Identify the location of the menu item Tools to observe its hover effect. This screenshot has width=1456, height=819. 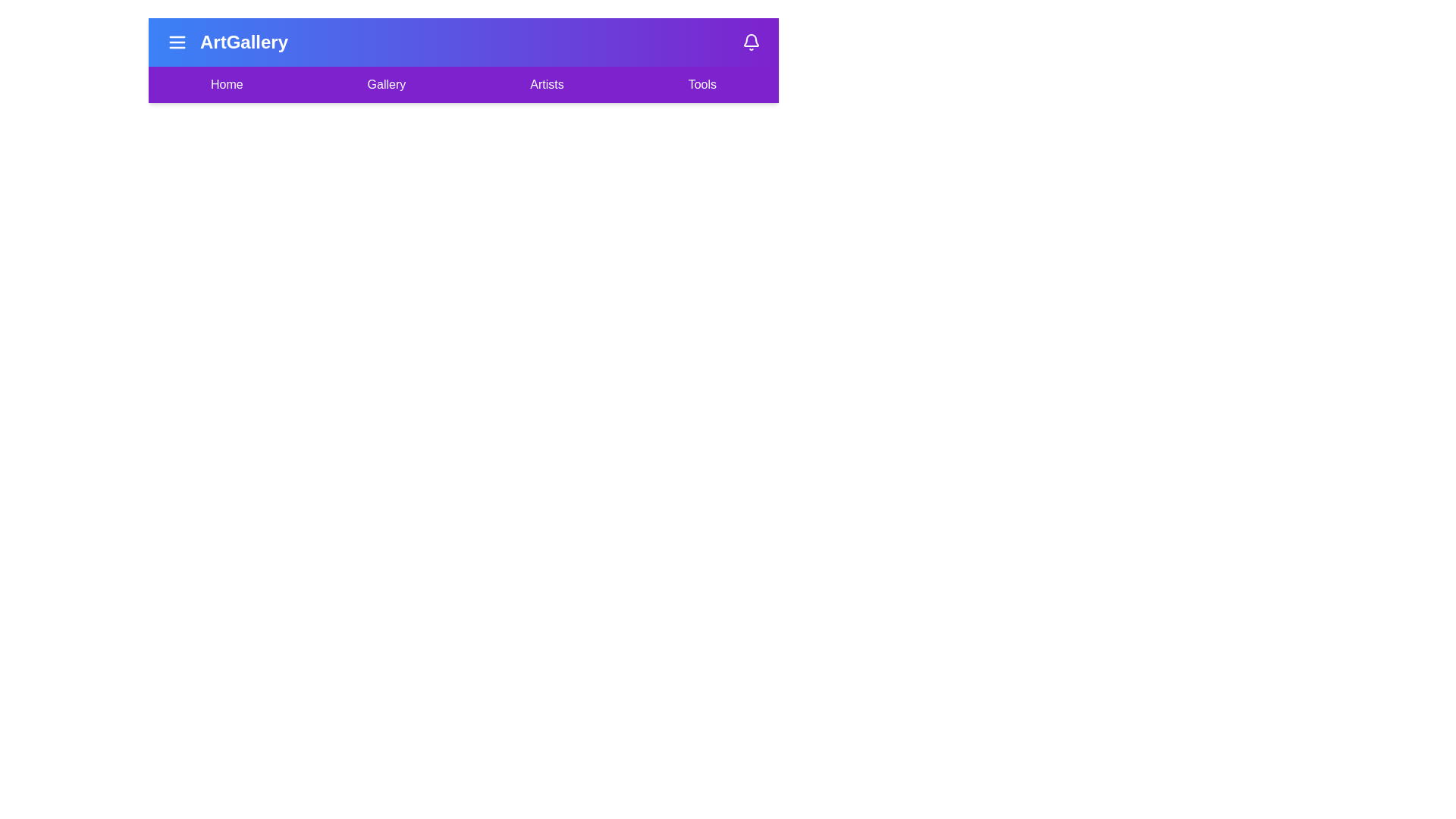
(701, 84).